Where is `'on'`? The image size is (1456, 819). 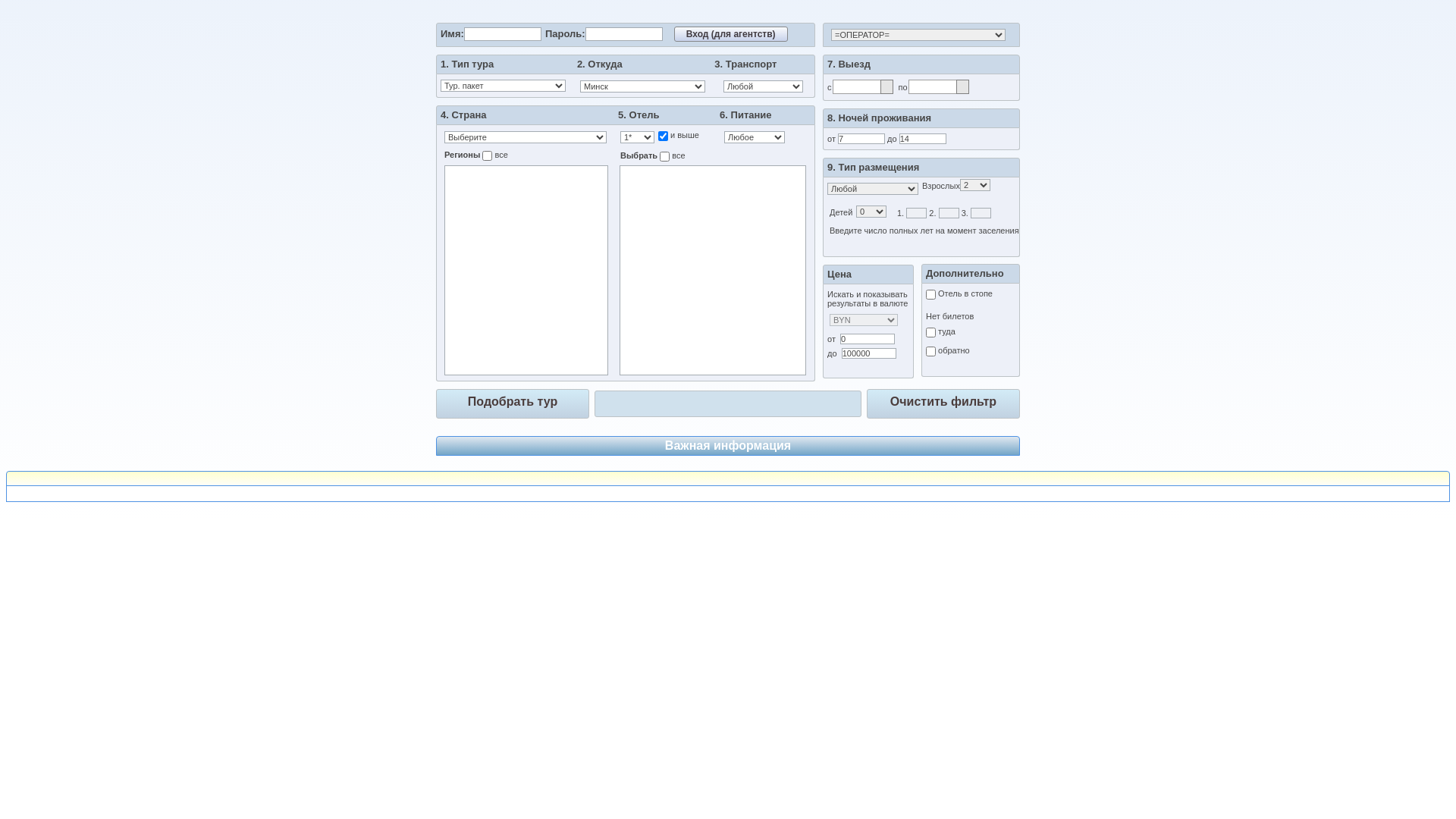 'on' is located at coordinates (481, 155).